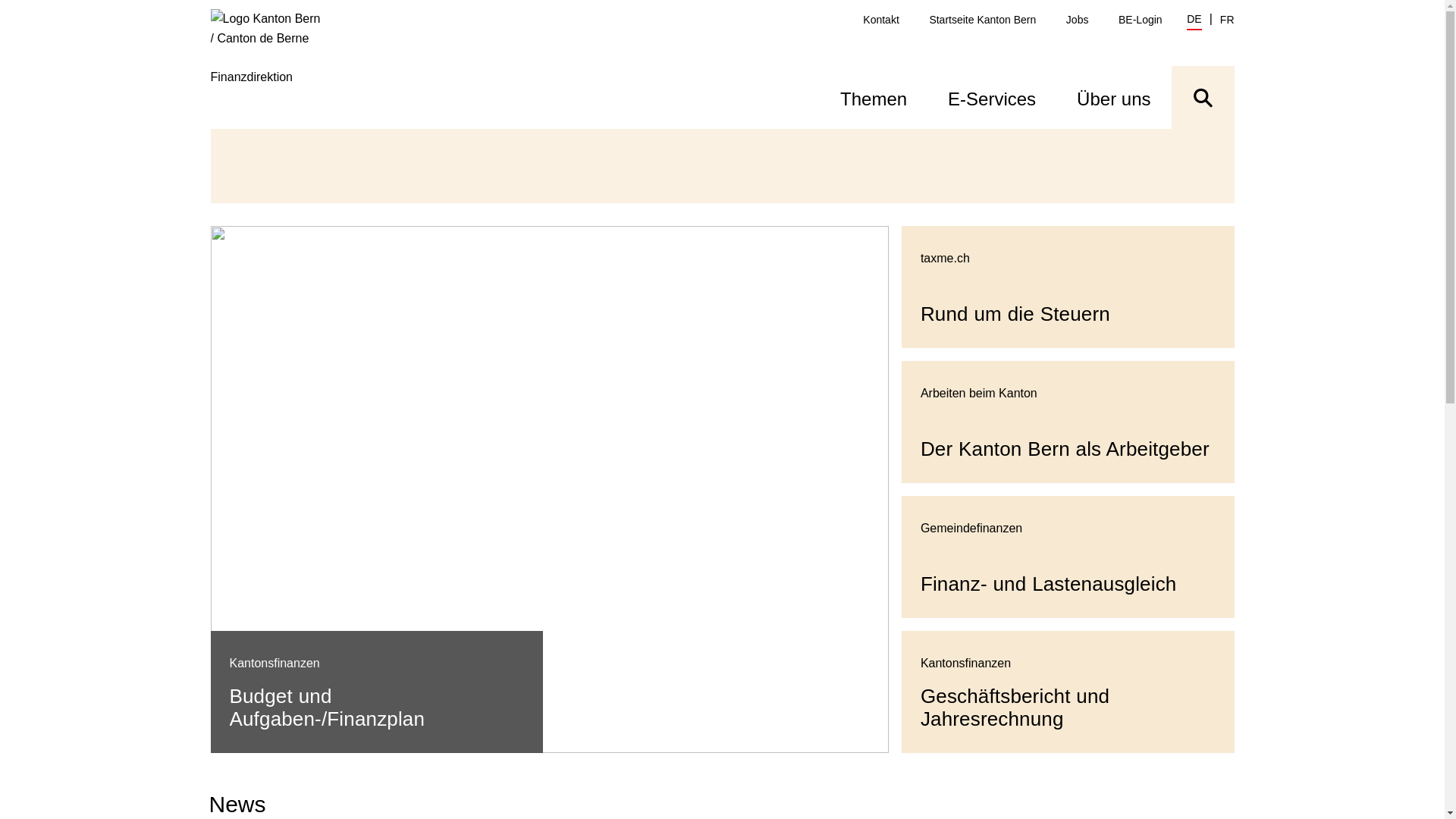 This screenshot has width=1456, height=819. What do you see at coordinates (991, 97) in the screenshot?
I see `'E-Services'` at bounding box center [991, 97].